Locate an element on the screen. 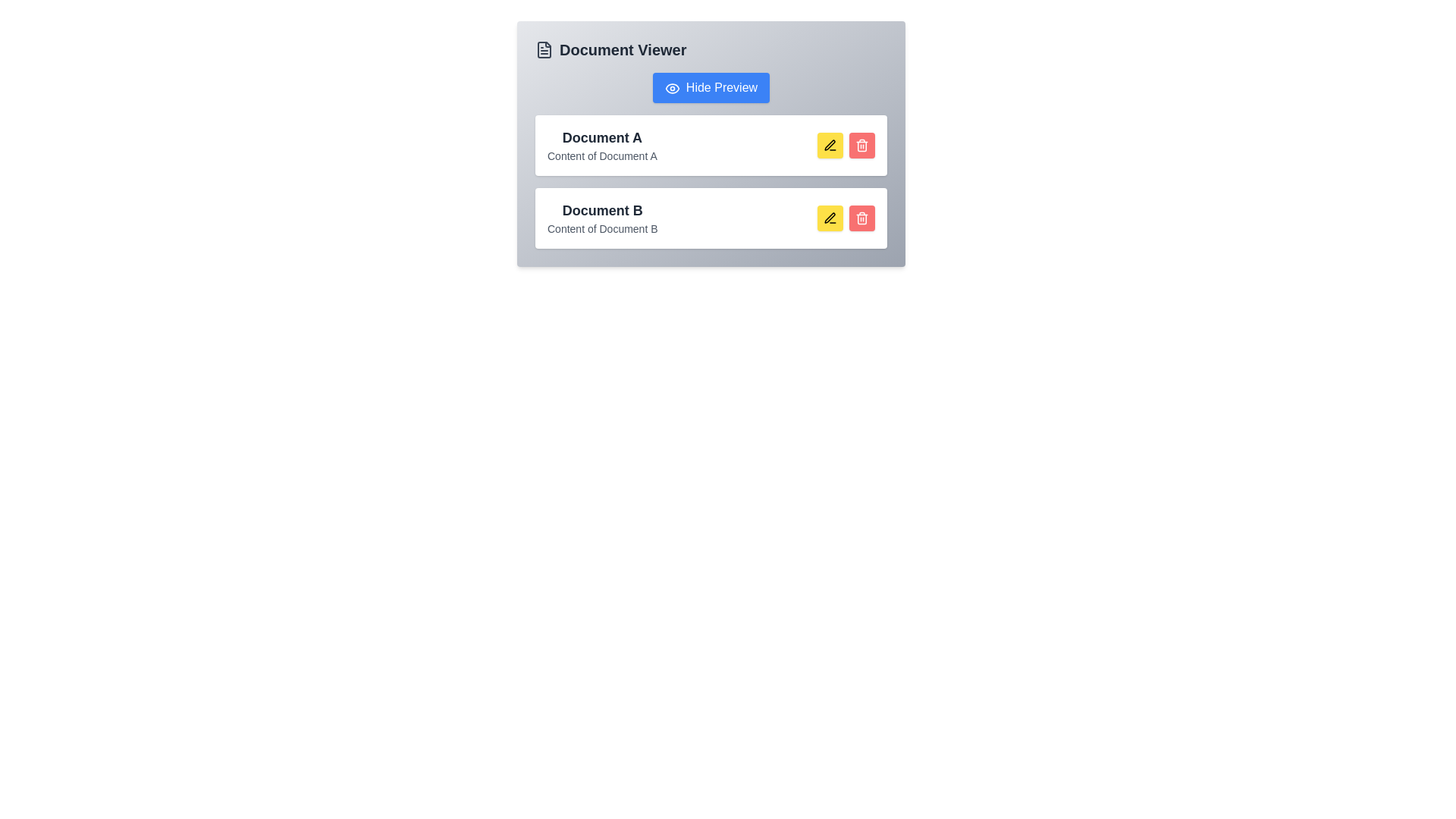  the delete button located to the right of the yellow edit button in the document entry row is located at coordinates (862, 218).